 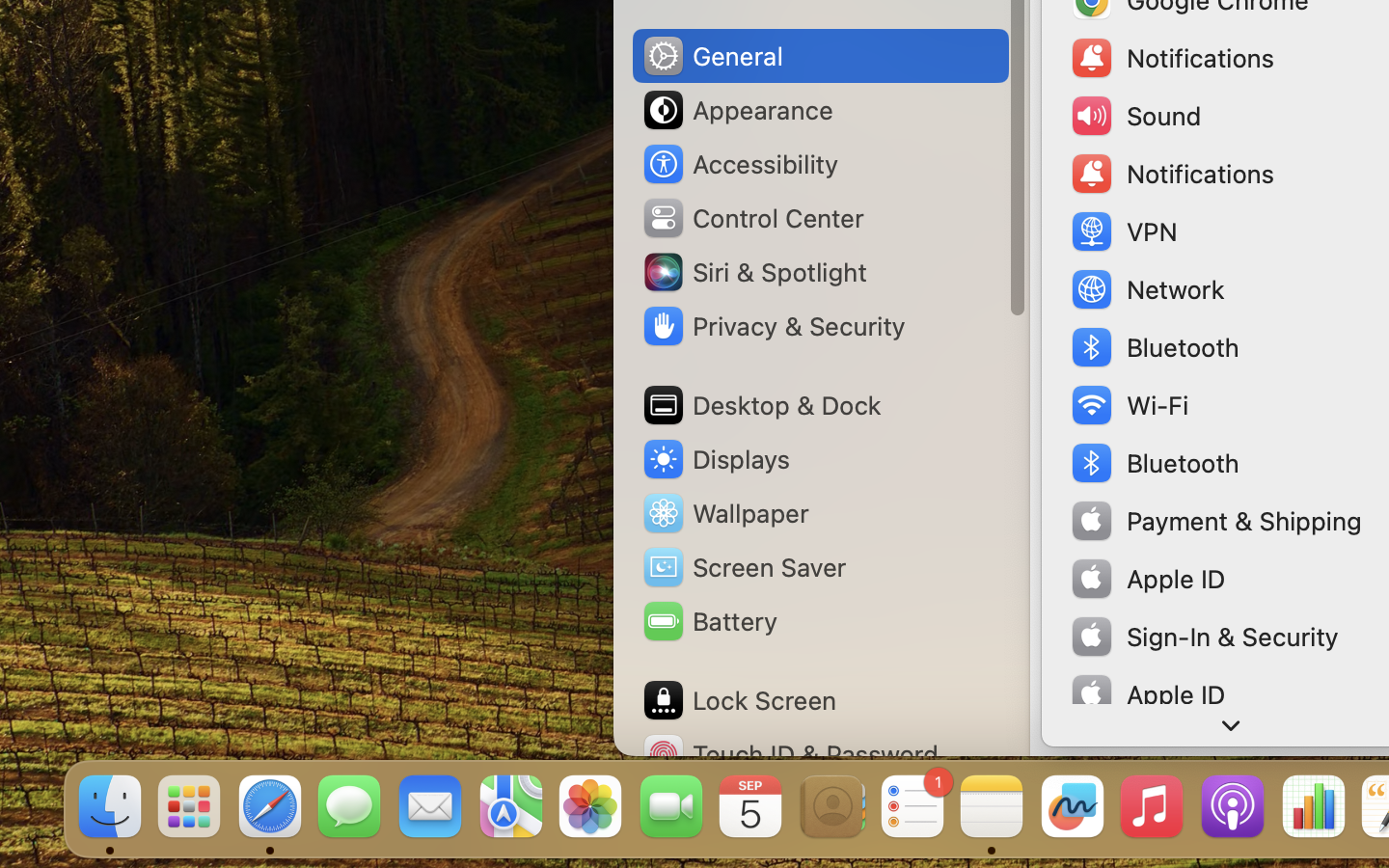 What do you see at coordinates (751, 217) in the screenshot?
I see `'Control Center'` at bounding box center [751, 217].